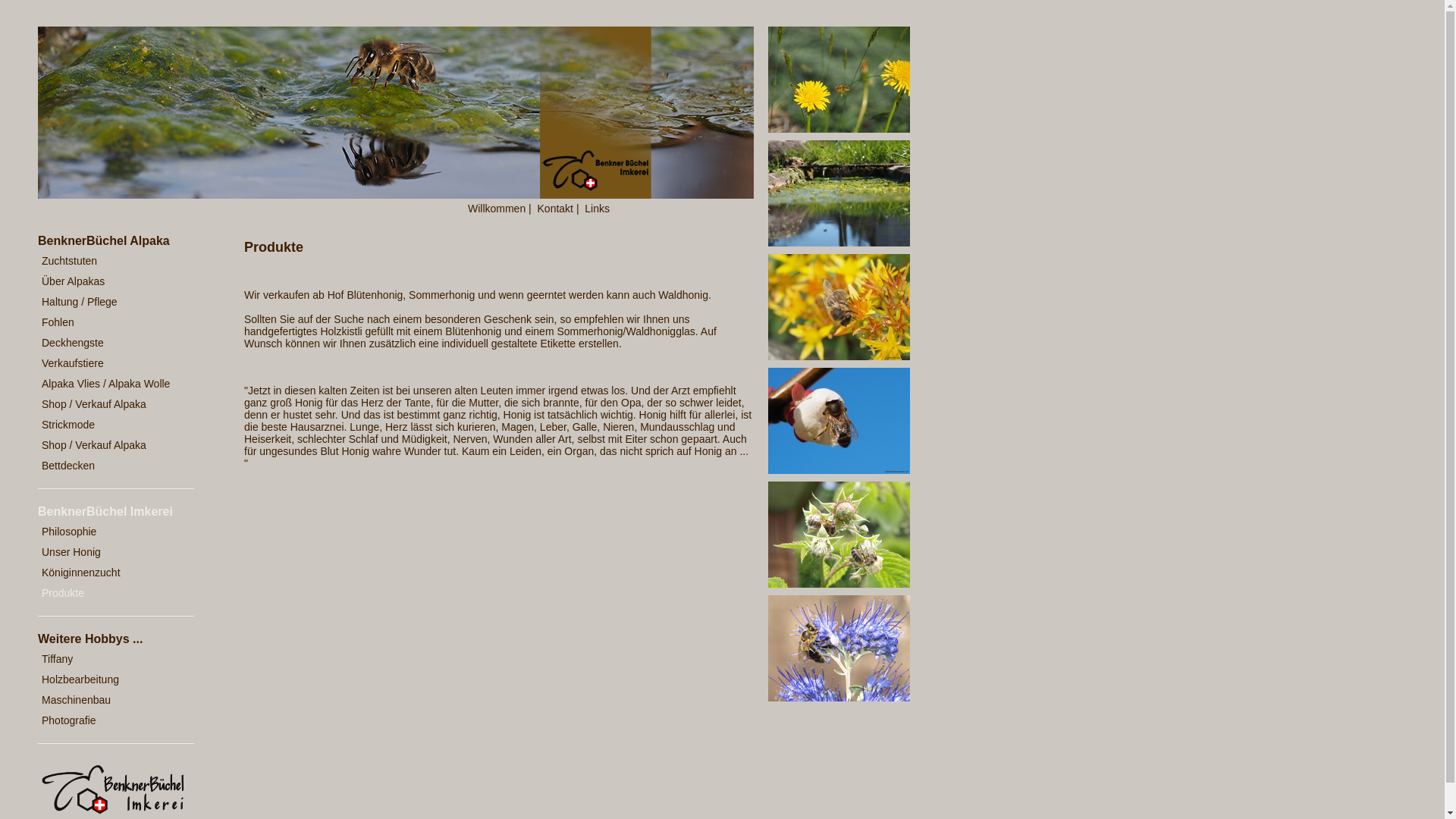 The height and width of the screenshot is (819, 1456). I want to click on 'Photografie', so click(108, 720).